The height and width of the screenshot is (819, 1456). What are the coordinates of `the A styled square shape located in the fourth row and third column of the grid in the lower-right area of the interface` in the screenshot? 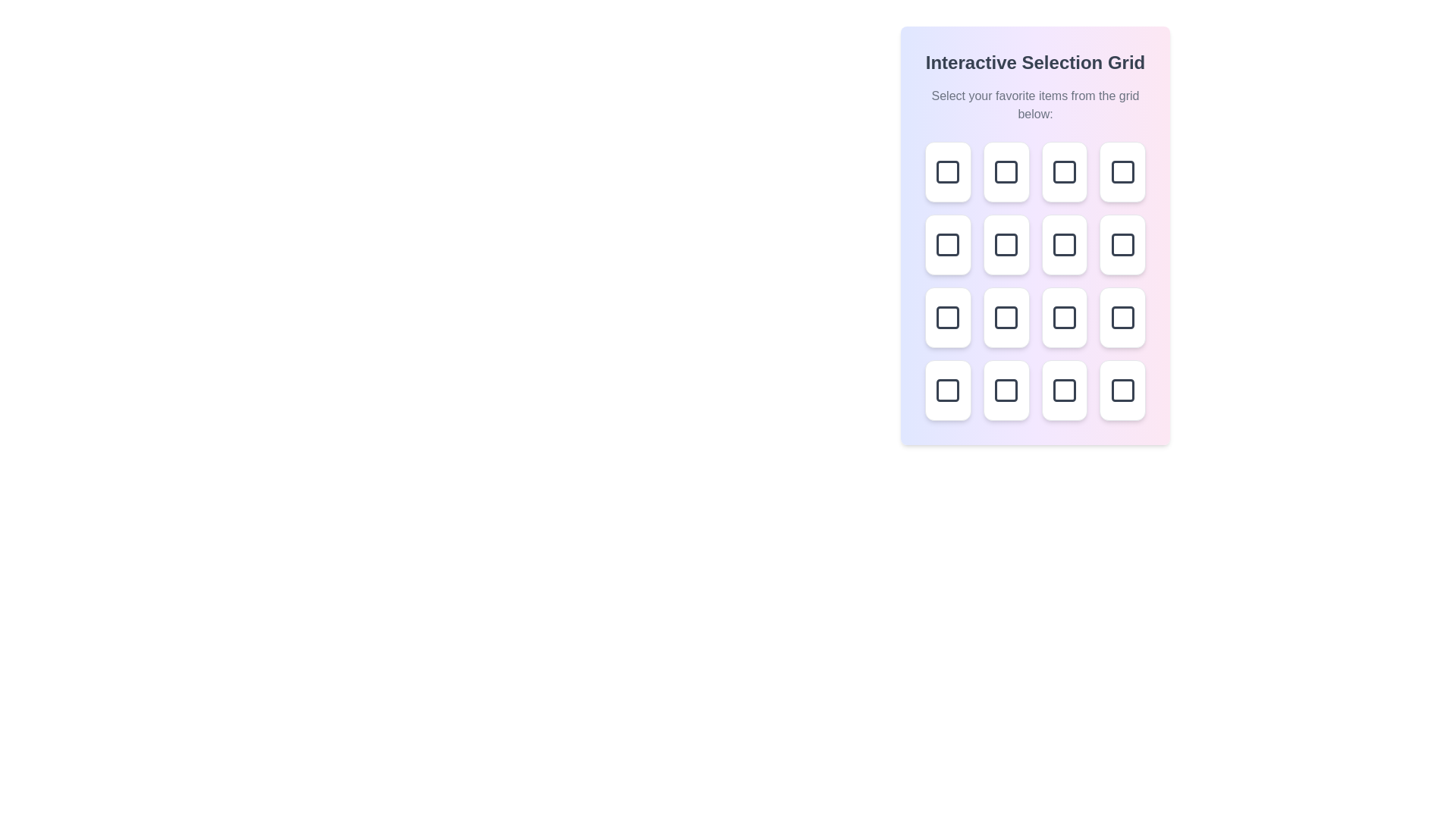 It's located at (1006, 390).